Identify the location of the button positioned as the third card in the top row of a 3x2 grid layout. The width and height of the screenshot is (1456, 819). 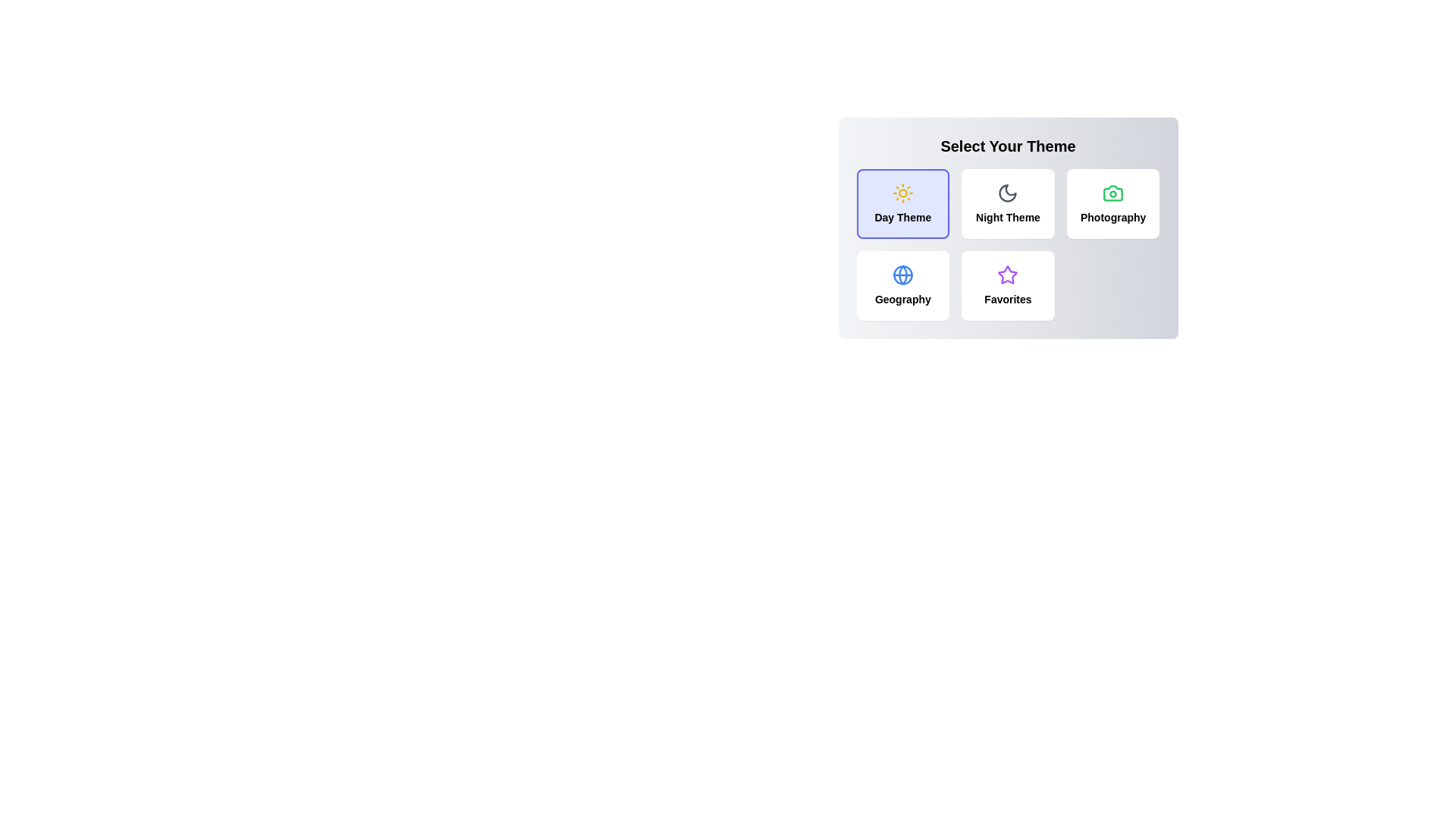
(1113, 203).